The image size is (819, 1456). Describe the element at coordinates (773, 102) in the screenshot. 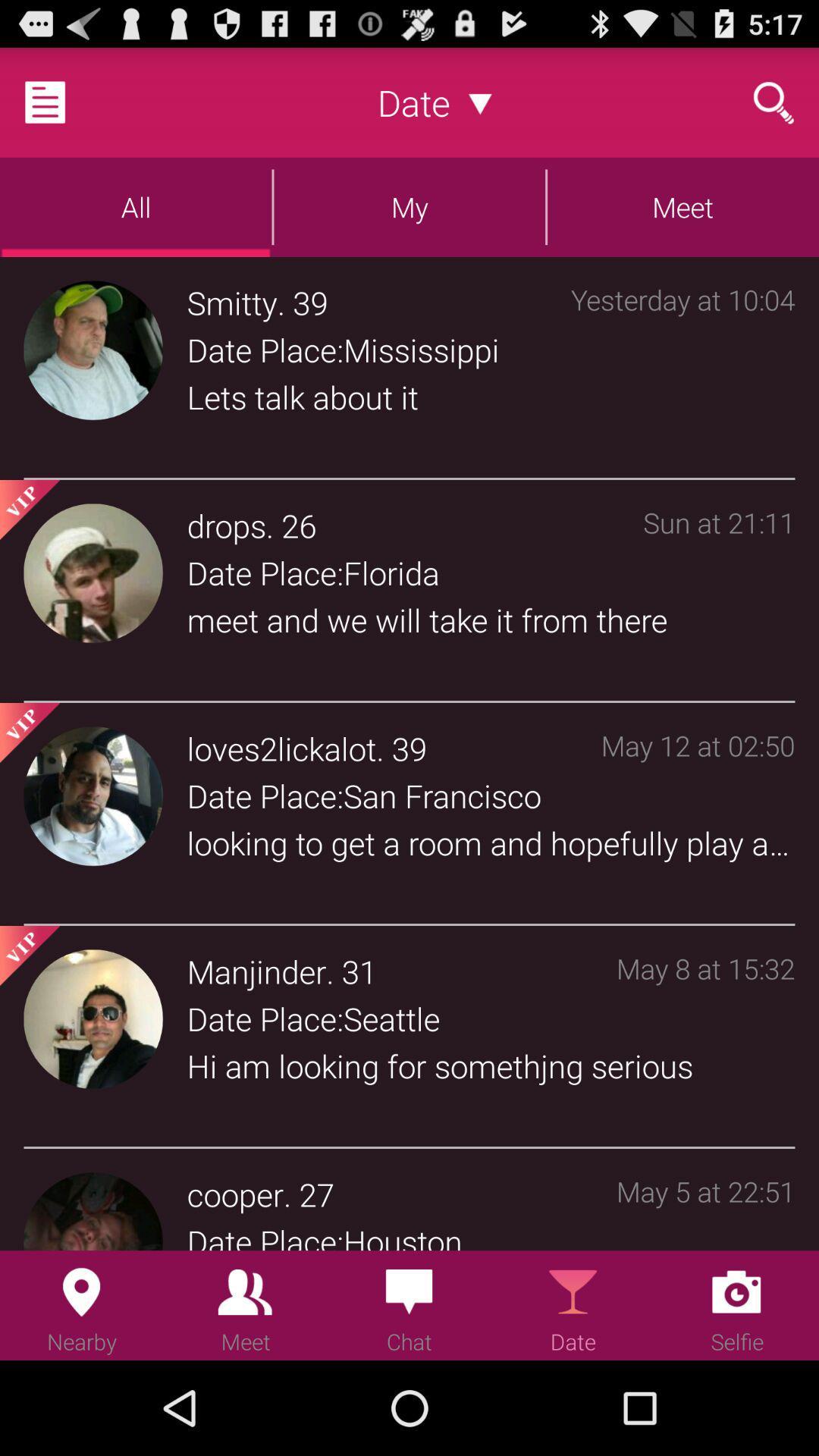

I see `search dating` at that location.